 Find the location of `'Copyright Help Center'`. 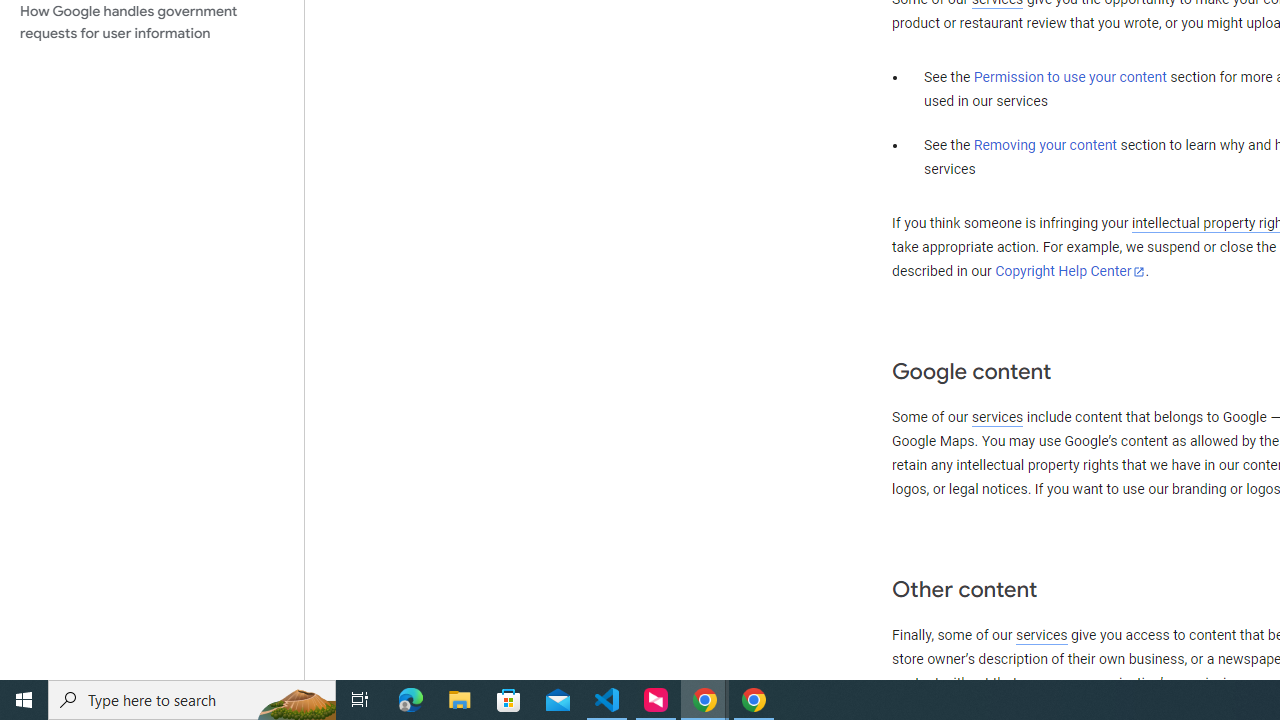

'Copyright Help Center' is located at coordinates (1069, 271).